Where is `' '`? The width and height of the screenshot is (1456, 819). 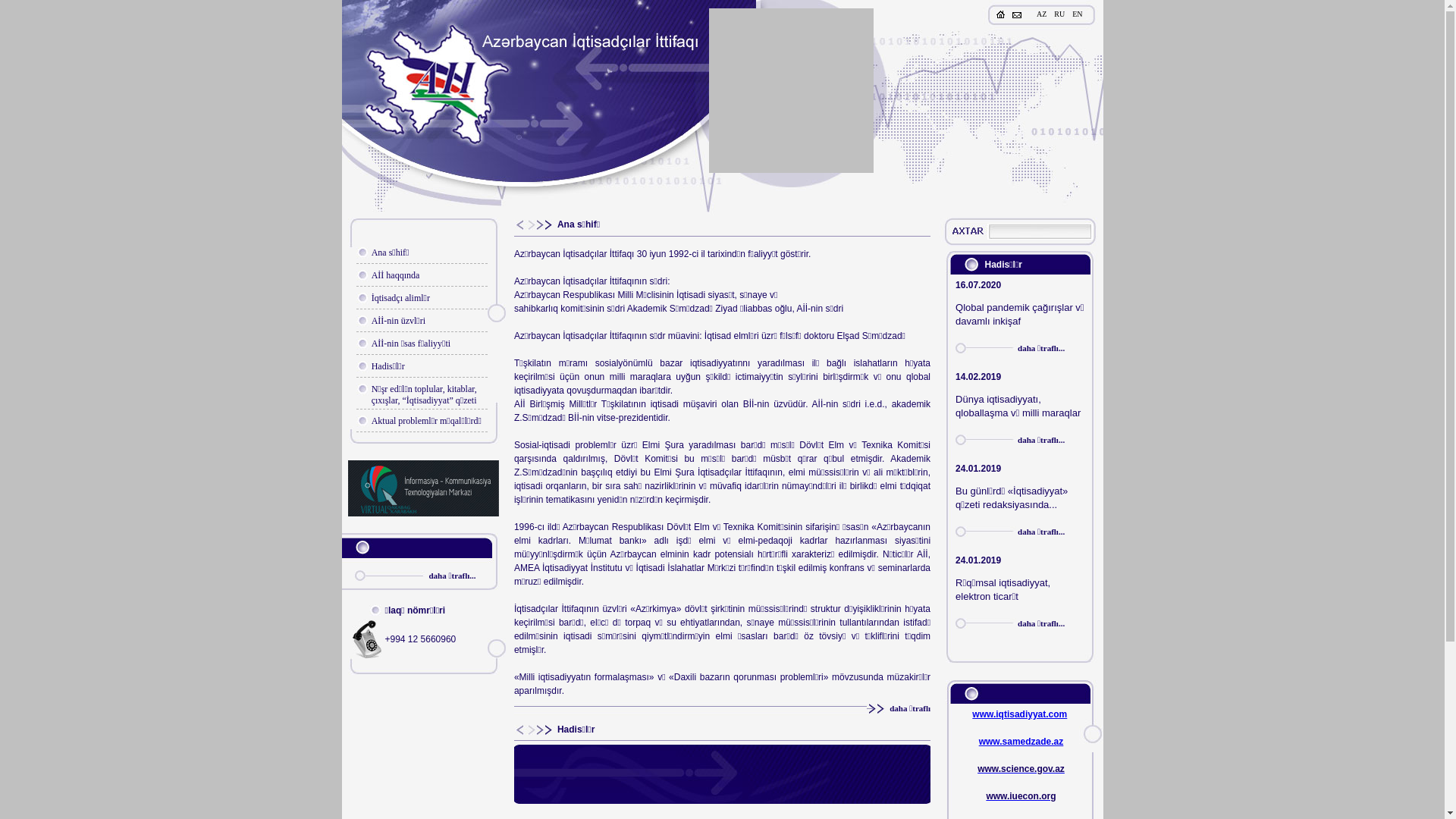 ' ' is located at coordinates (967, 231).